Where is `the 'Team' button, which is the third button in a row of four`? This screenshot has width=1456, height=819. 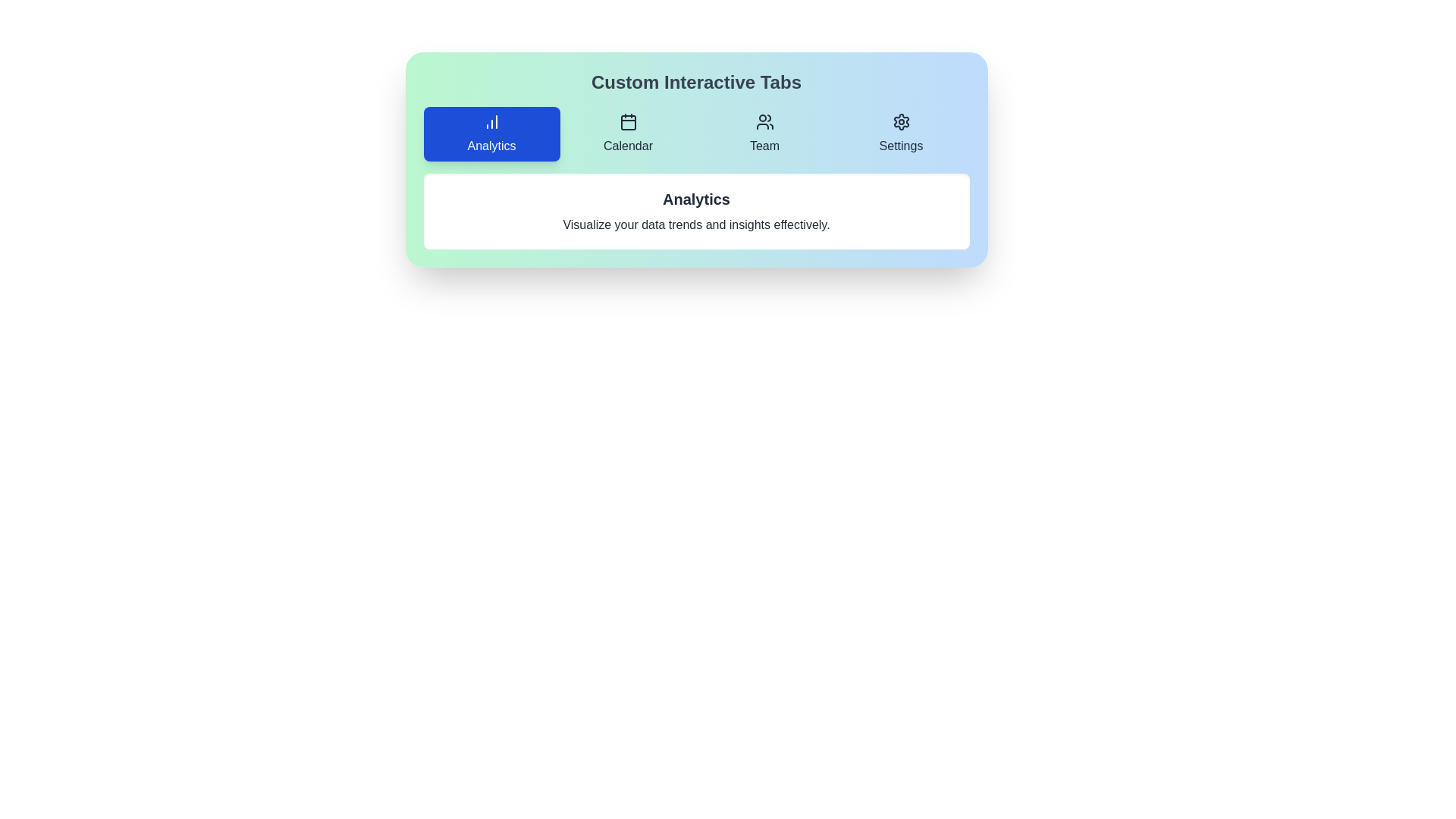
the 'Team' button, which is the third button in a row of four is located at coordinates (764, 133).